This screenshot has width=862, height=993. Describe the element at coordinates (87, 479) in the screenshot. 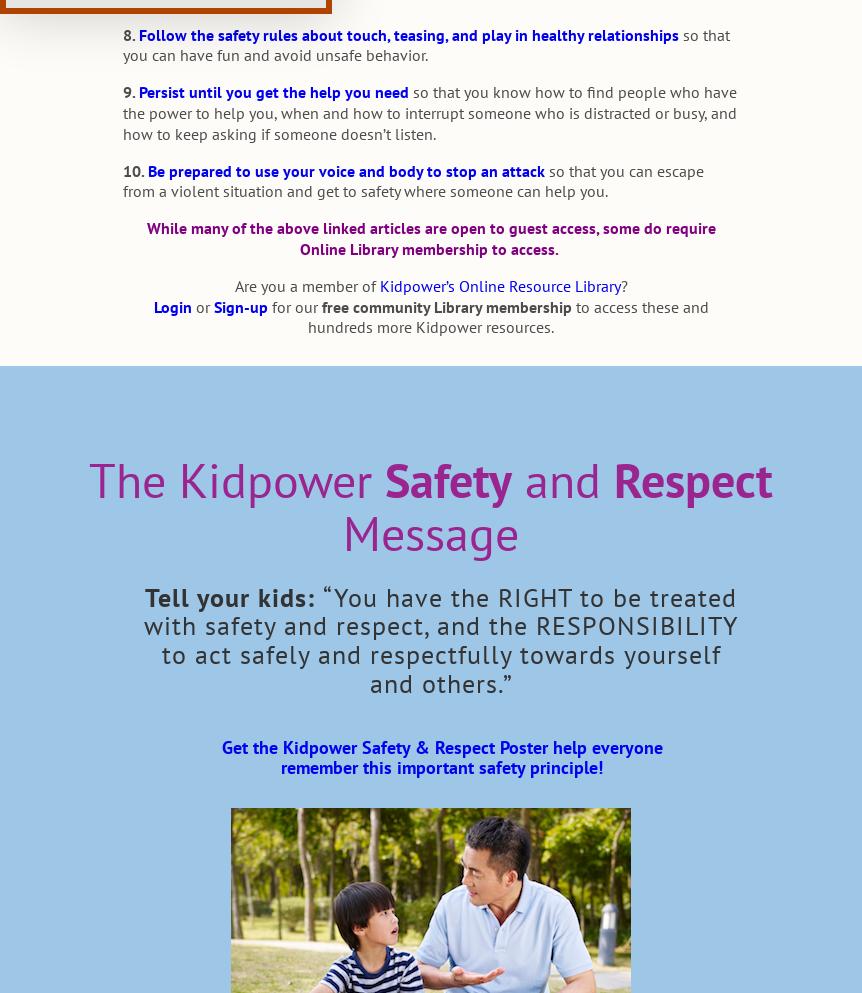

I see `'The Kidpower'` at that location.